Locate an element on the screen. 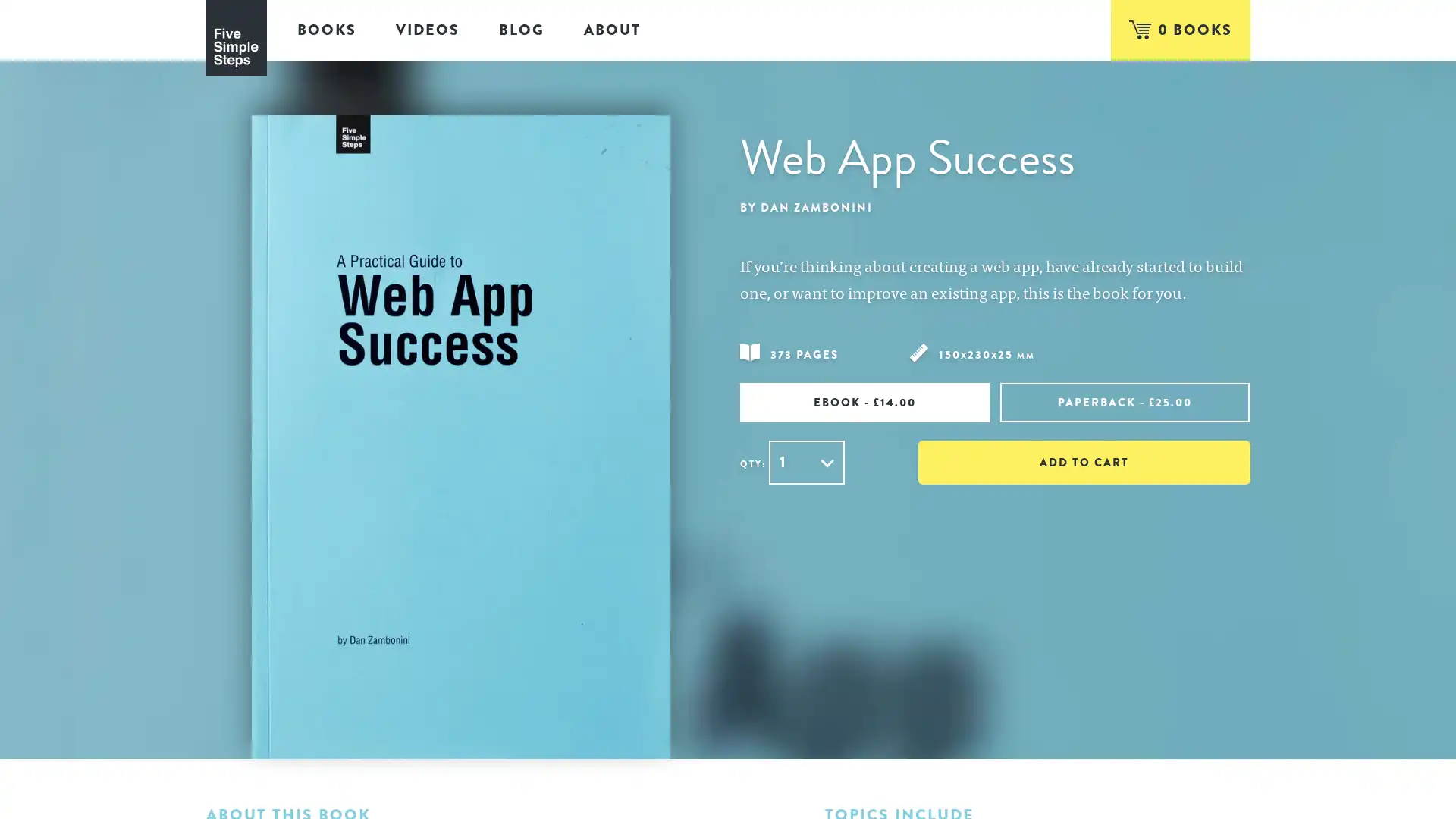 The width and height of the screenshot is (1456, 819). PAPERBACK - 25.00 is located at coordinates (1125, 401).